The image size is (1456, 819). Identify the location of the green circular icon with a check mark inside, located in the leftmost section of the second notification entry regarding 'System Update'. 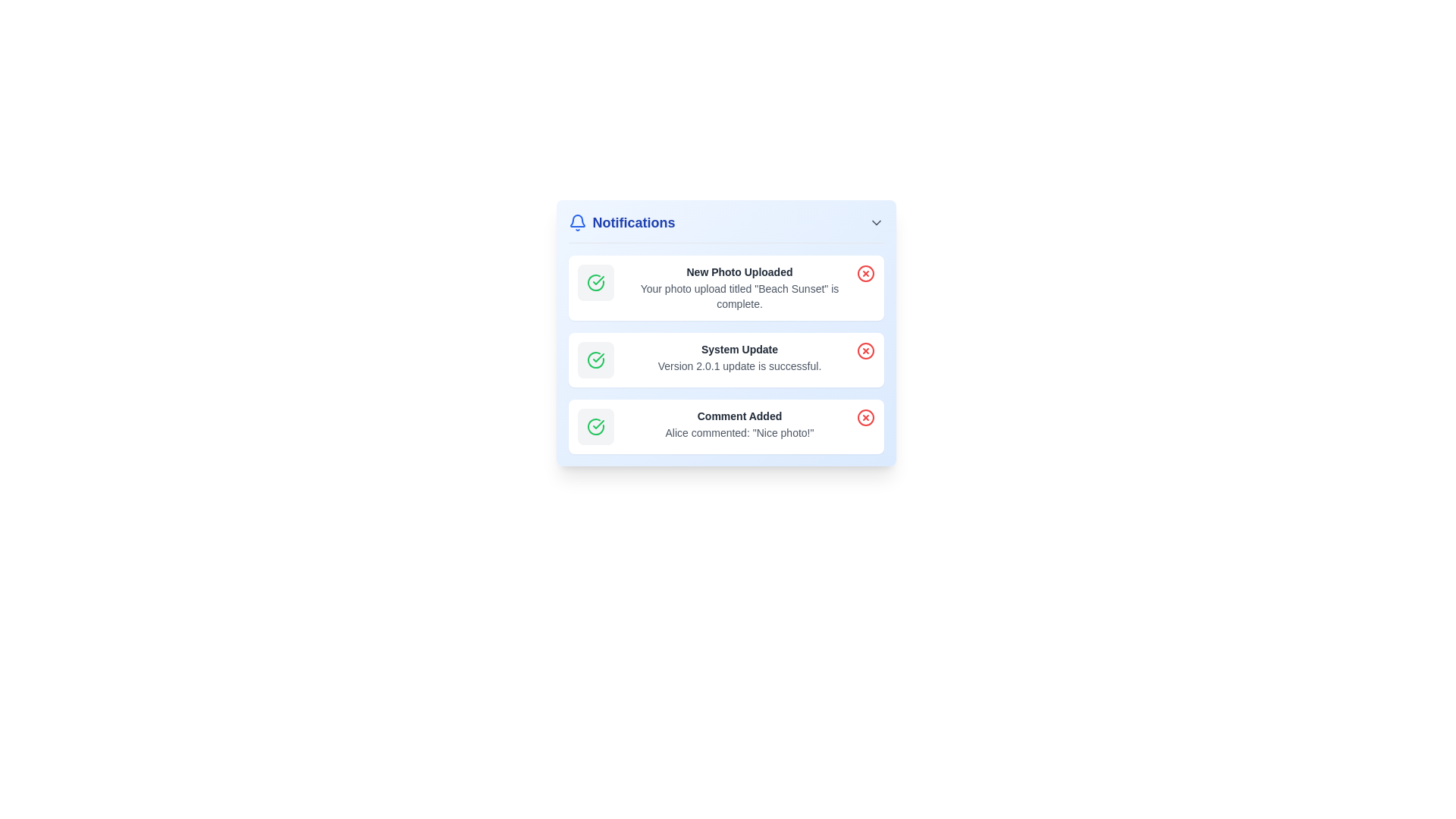
(595, 283).